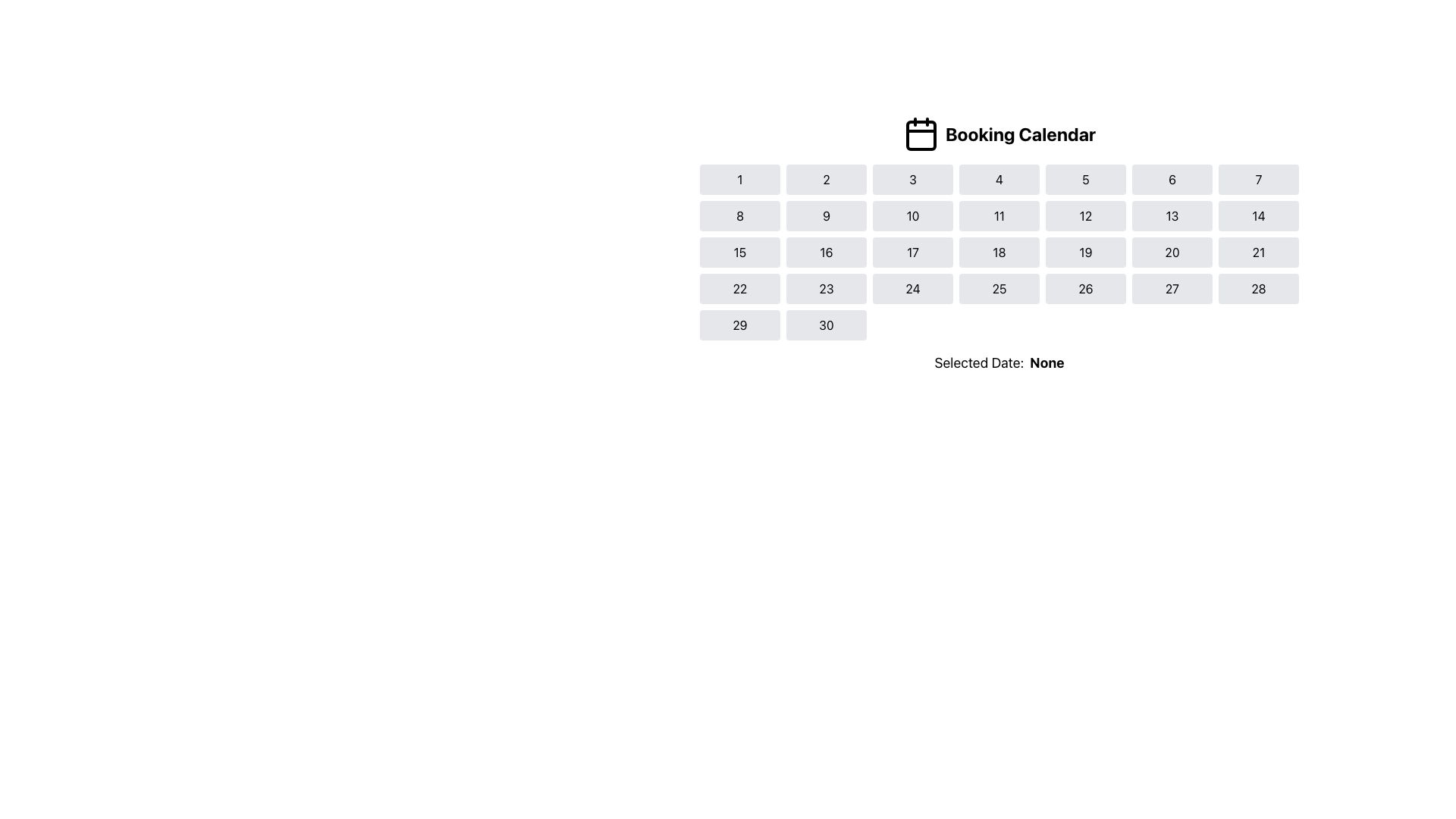  I want to click on the button representing the date '20' in the booking calendar, so click(1171, 251).